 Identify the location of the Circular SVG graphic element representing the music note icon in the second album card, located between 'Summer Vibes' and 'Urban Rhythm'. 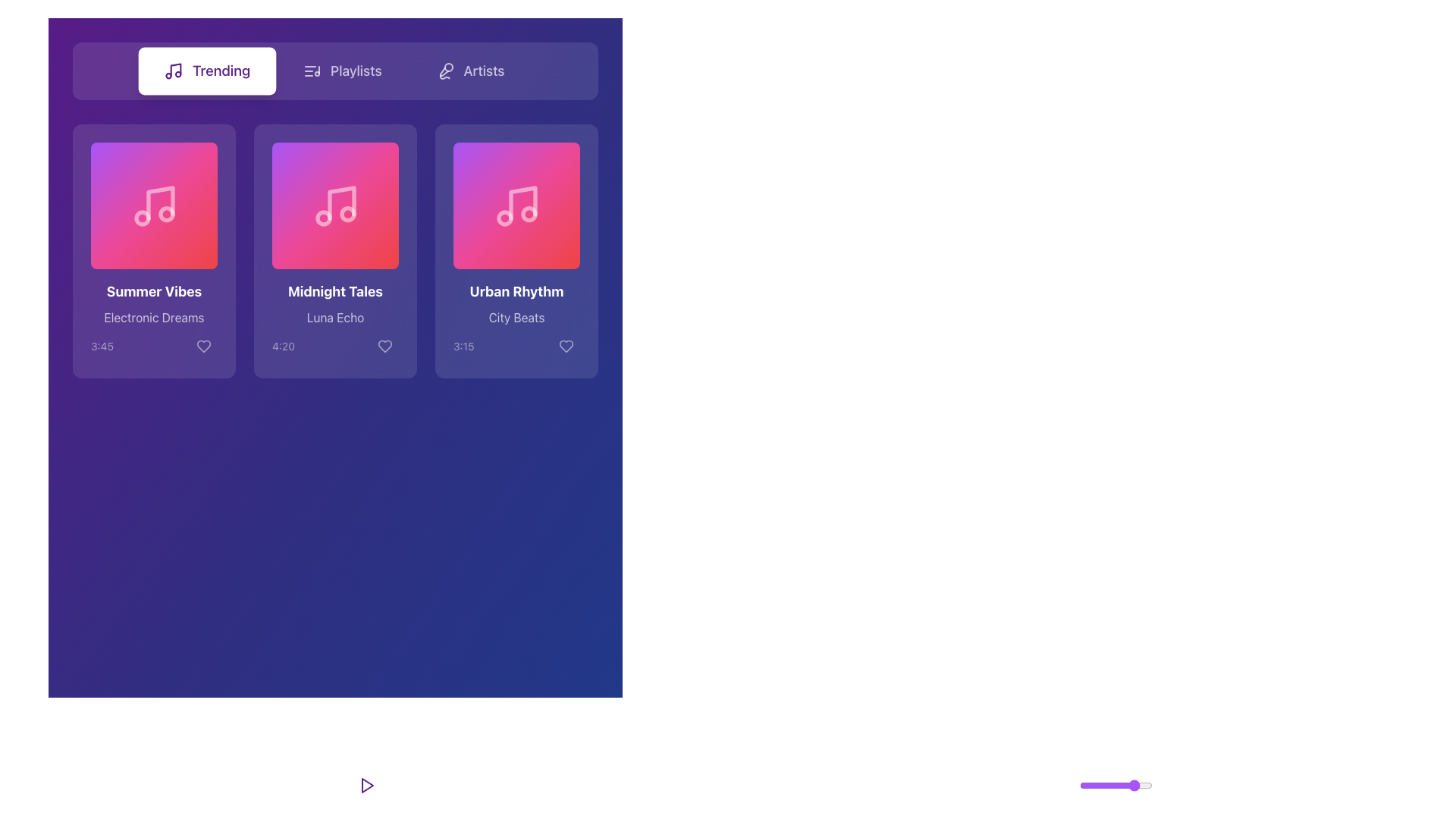
(322, 218).